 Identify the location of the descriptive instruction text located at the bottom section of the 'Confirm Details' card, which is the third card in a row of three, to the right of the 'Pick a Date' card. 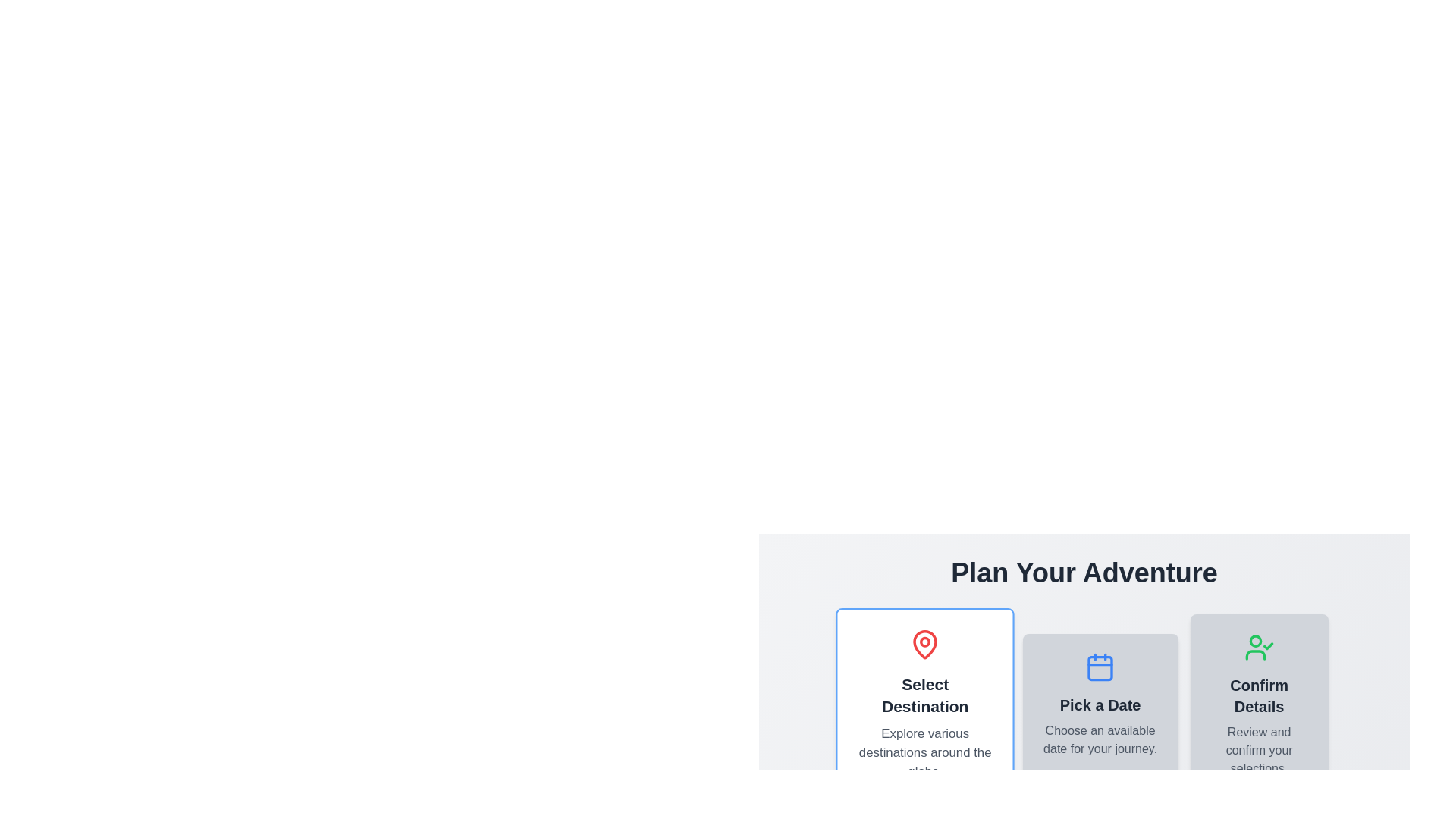
(1259, 751).